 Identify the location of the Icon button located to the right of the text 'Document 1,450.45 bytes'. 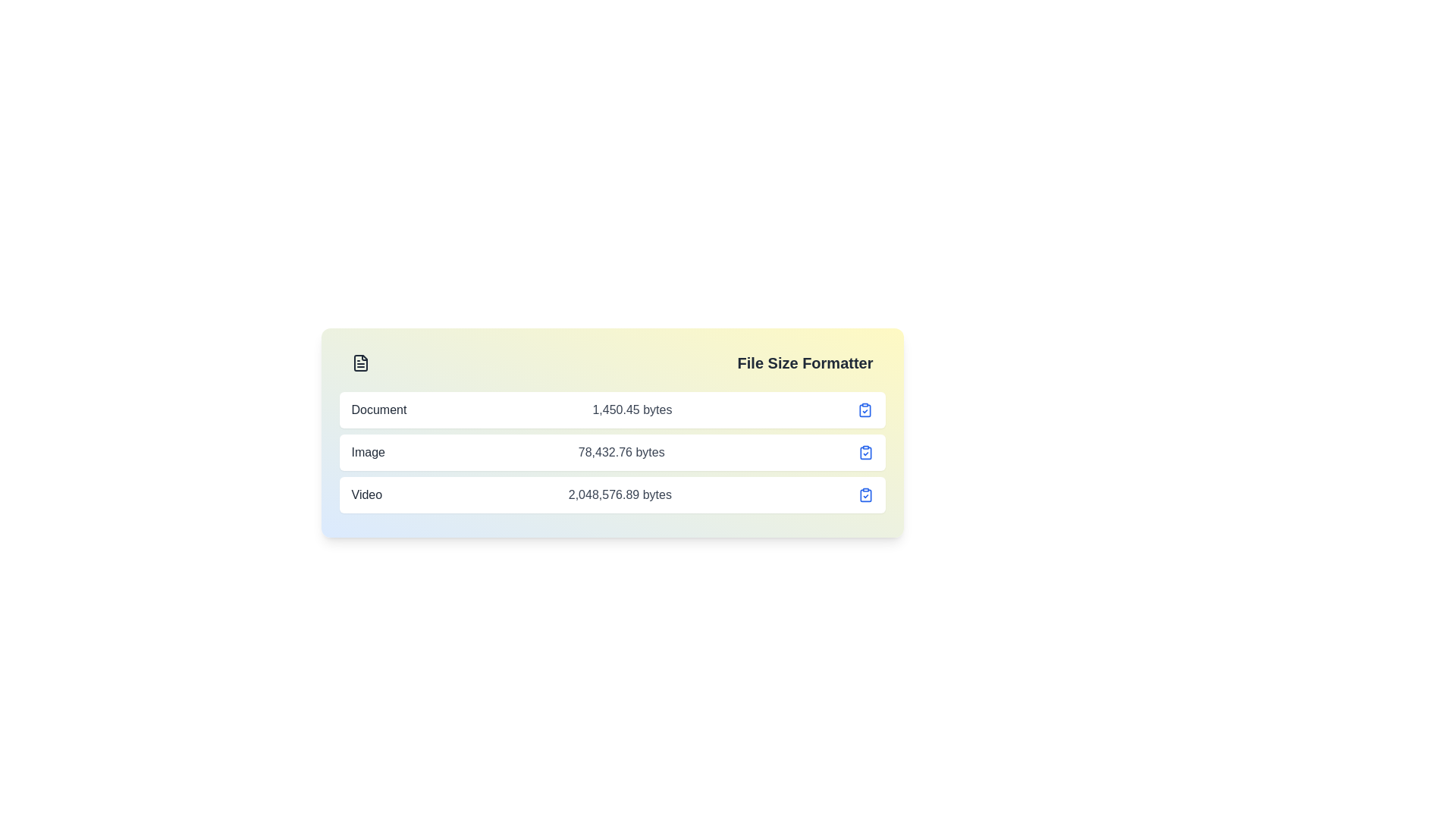
(865, 409).